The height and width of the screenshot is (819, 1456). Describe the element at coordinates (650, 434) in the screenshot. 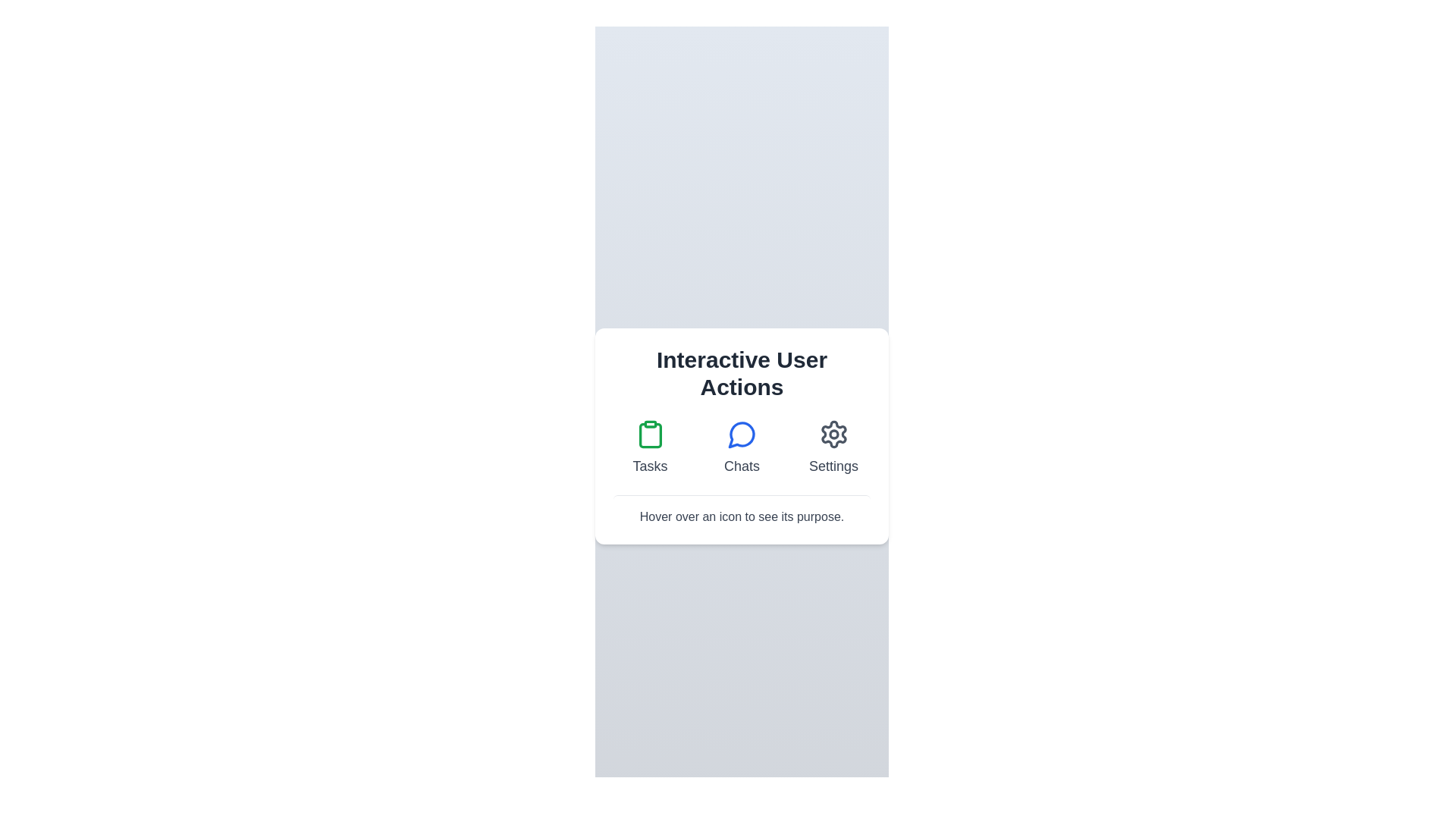

I see `the 'Tasks' icon located on the leftmost side of the three main interactive icons` at that location.